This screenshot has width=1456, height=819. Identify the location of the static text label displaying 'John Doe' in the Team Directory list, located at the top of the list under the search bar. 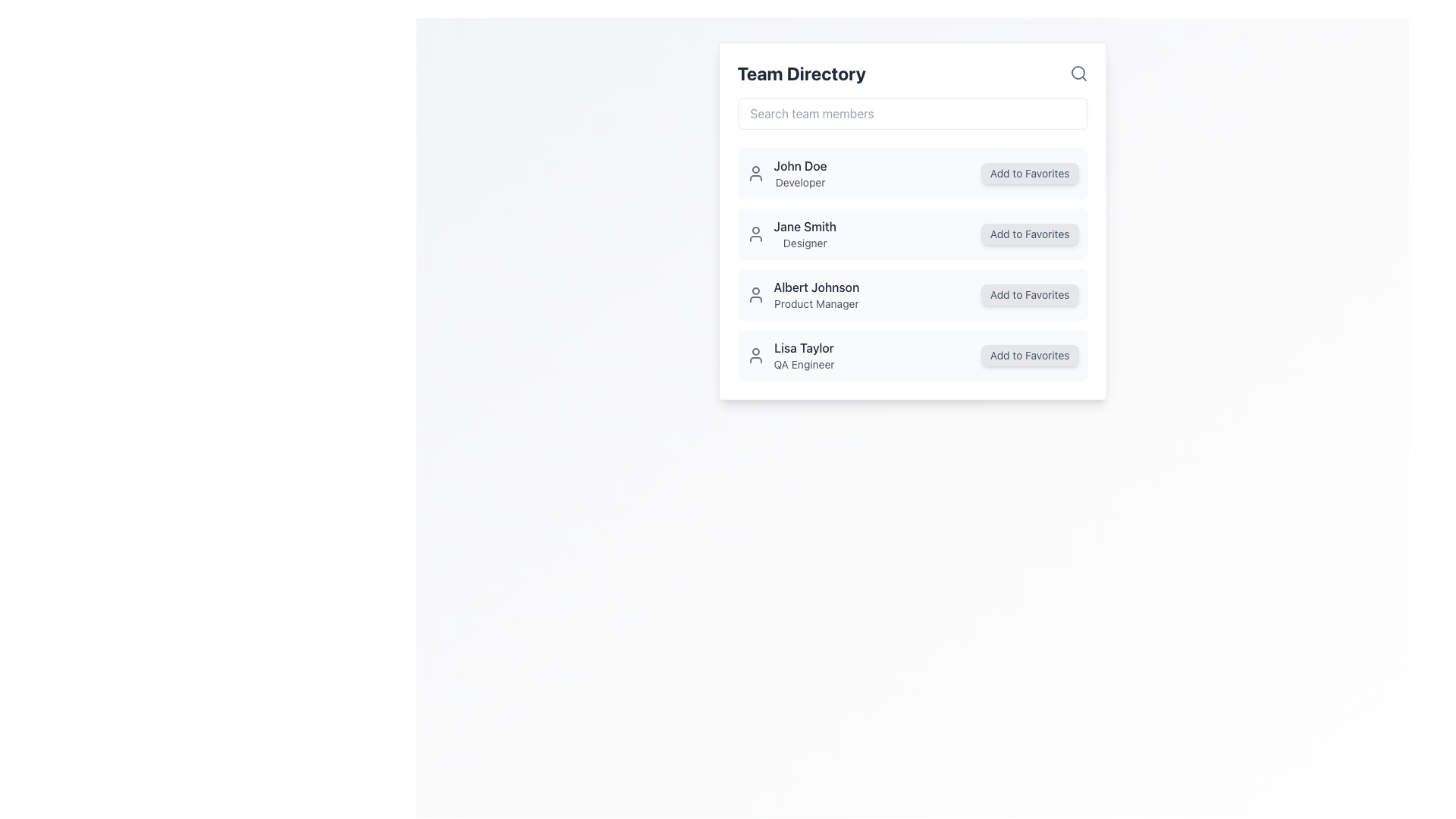
(799, 166).